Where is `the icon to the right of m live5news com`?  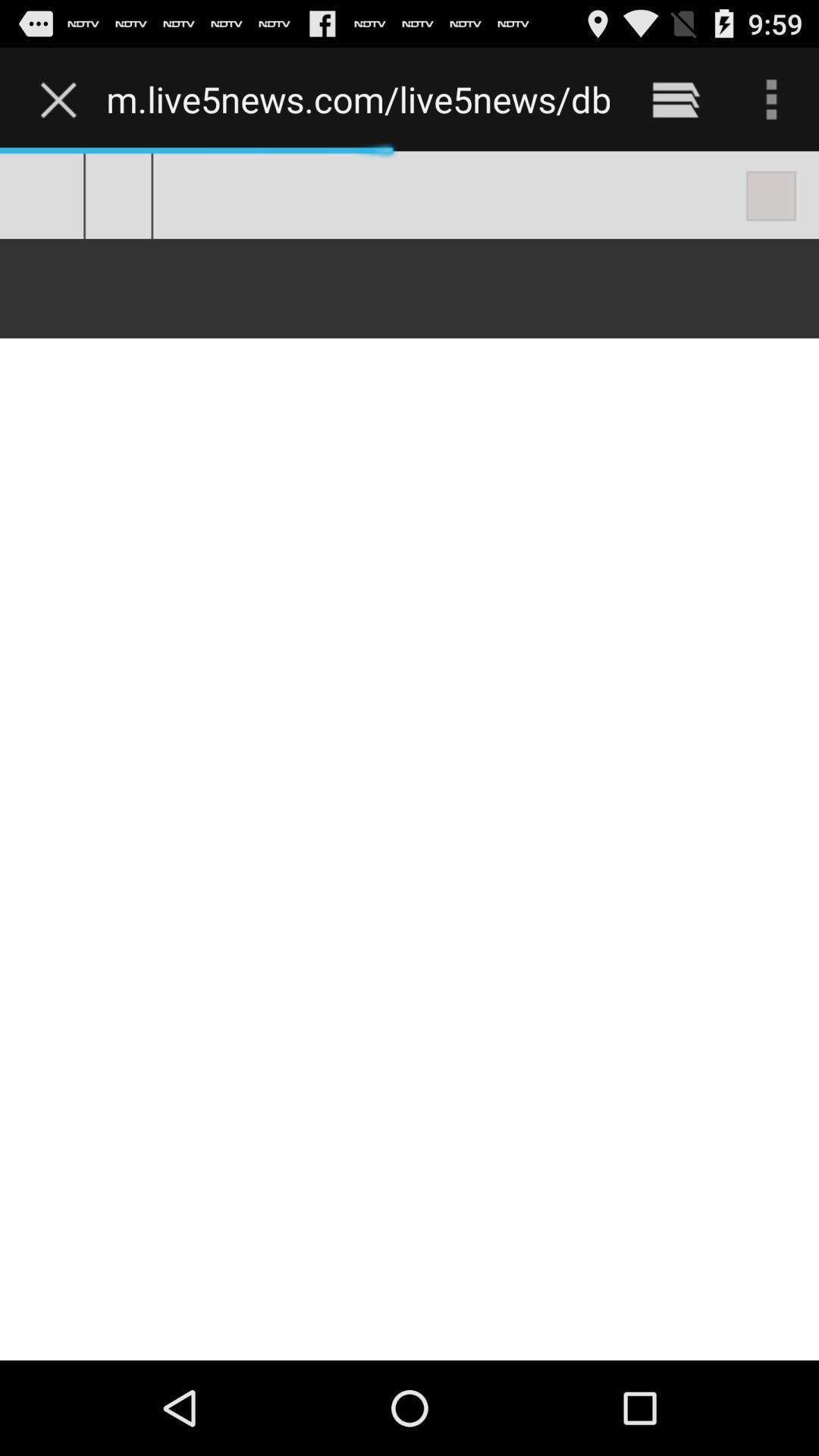
the icon to the right of m live5news com is located at coordinates (675, 99).